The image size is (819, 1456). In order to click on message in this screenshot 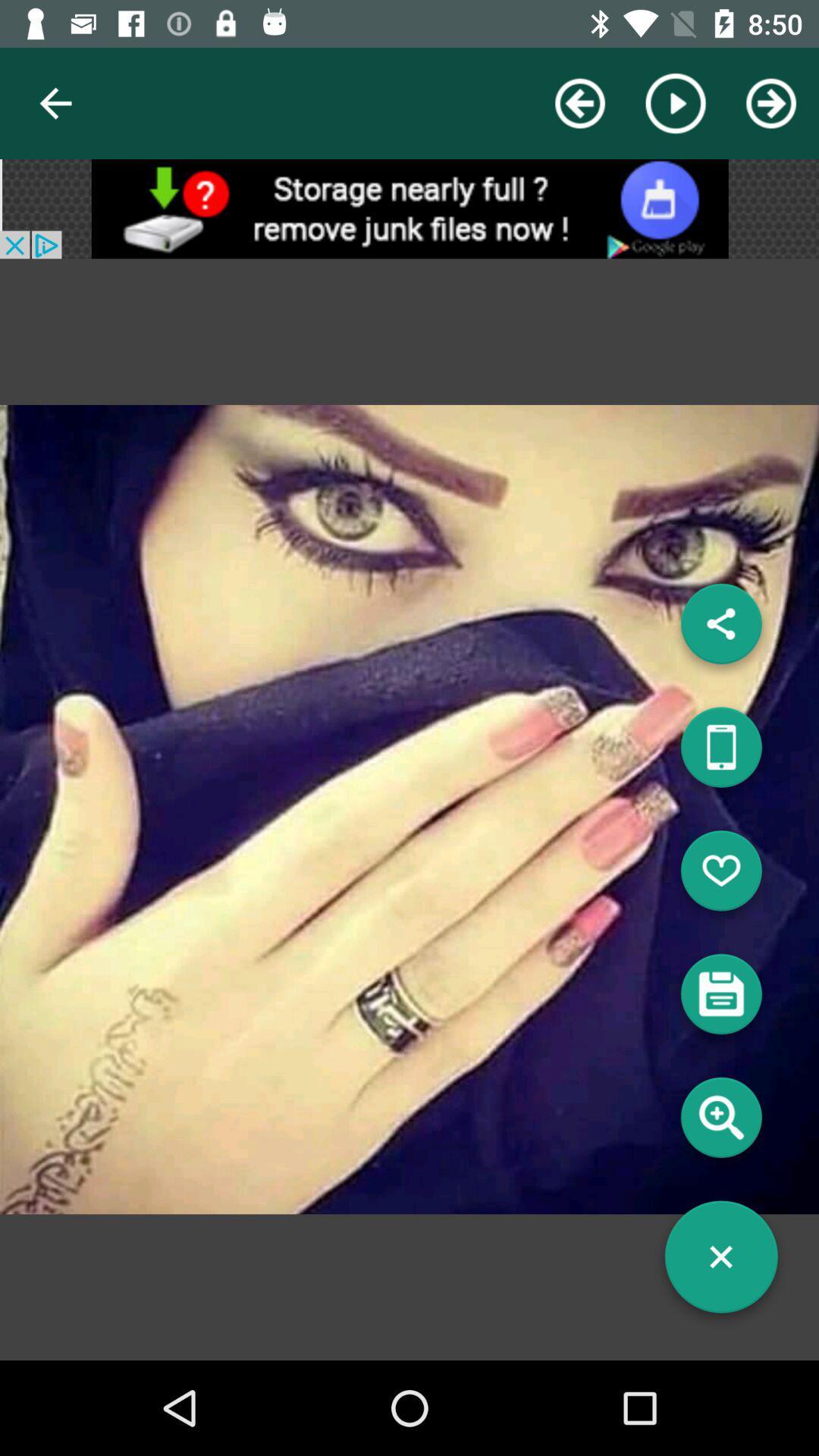, I will do `click(720, 999)`.